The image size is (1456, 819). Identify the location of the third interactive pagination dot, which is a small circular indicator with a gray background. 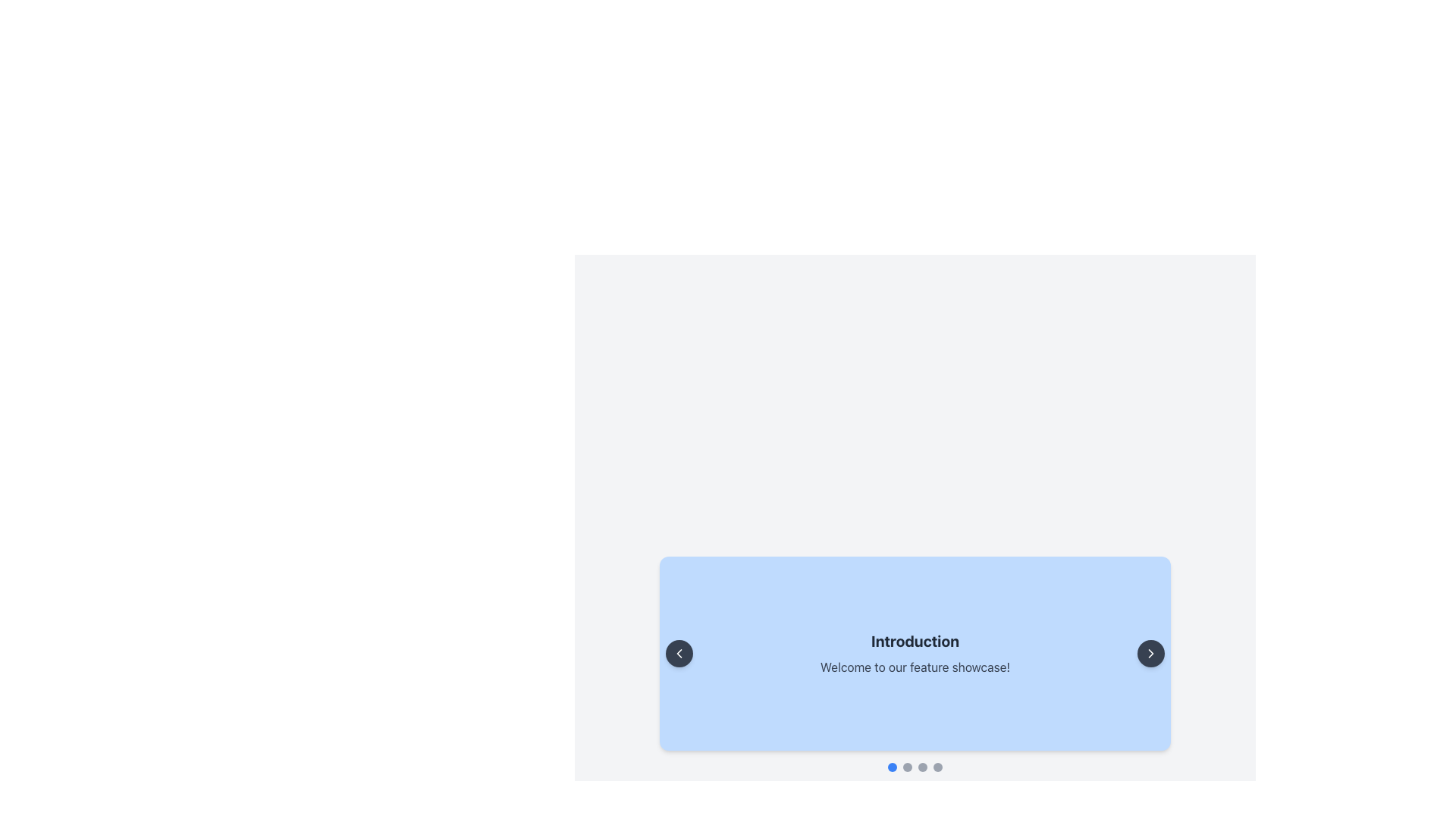
(922, 767).